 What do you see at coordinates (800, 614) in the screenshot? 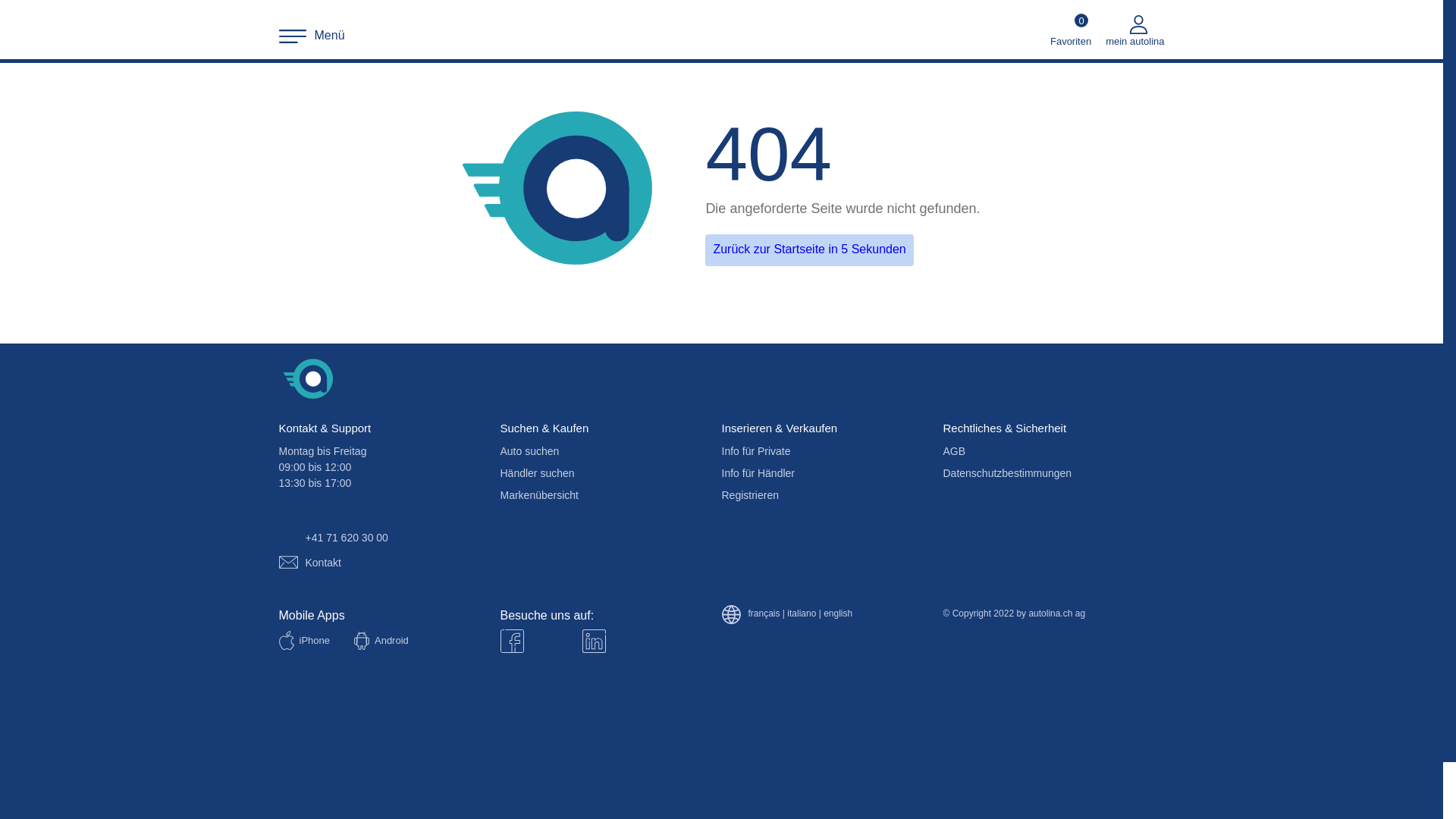
I see `'italiano'` at bounding box center [800, 614].